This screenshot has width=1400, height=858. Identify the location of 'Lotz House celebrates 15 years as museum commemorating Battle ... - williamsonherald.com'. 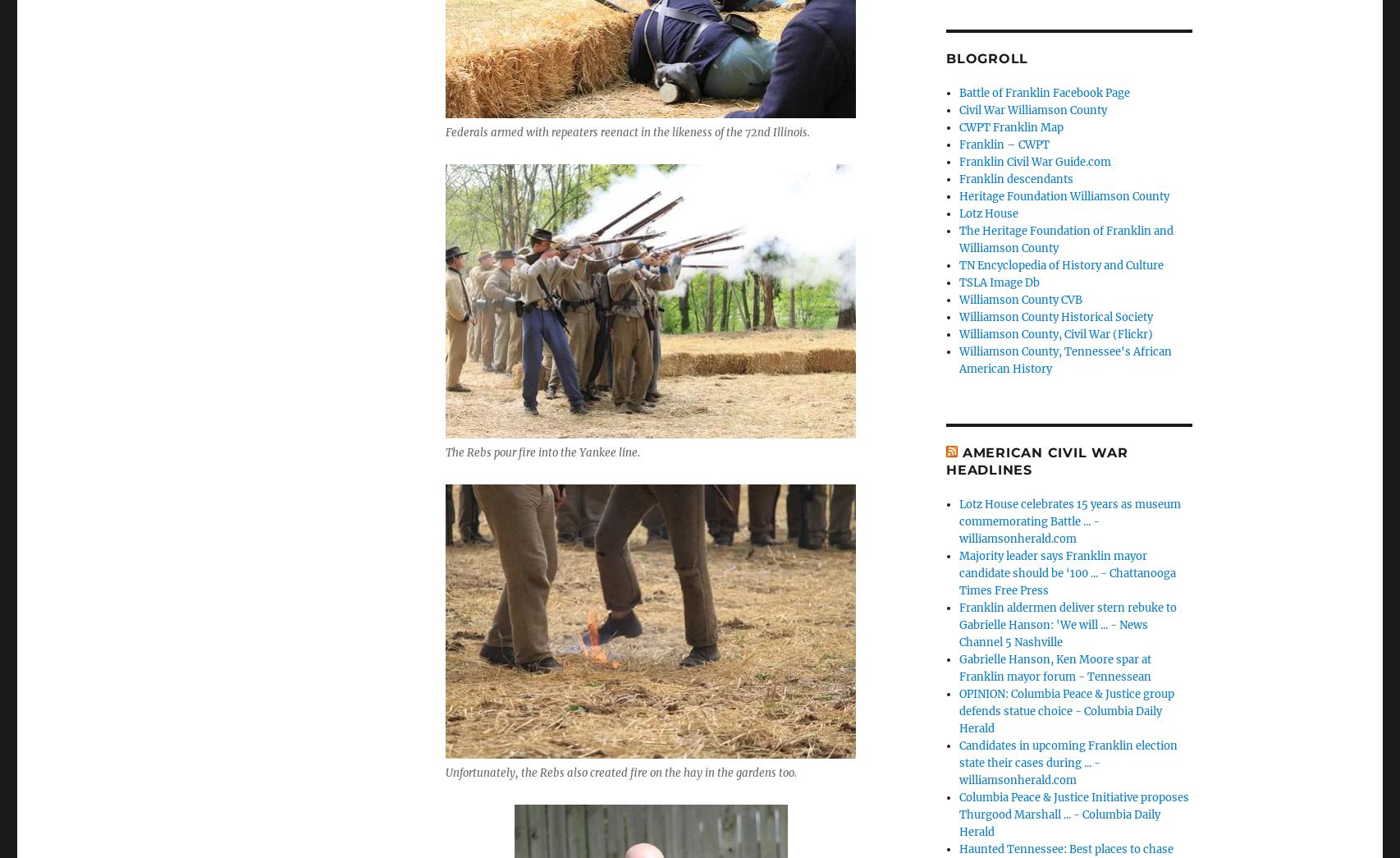
(958, 520).